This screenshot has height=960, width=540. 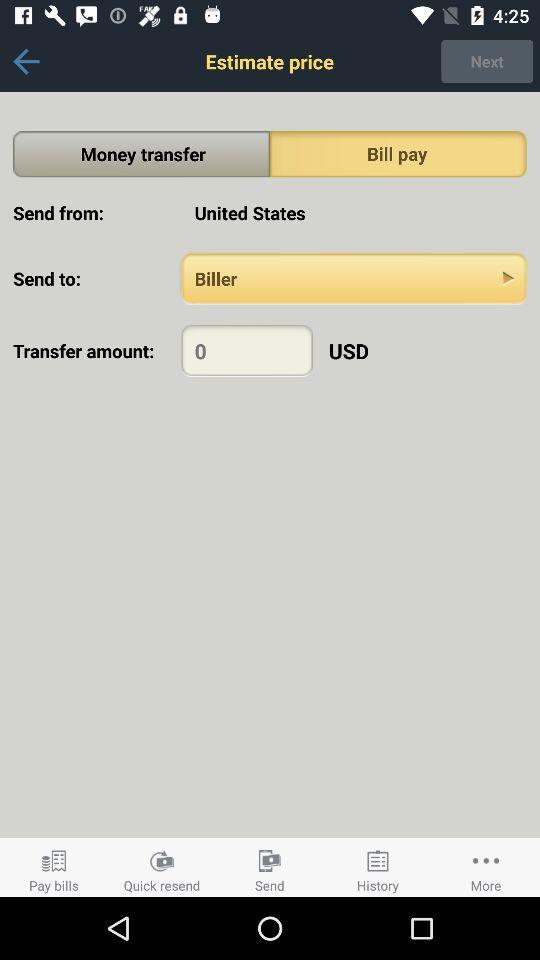 What do you see at coordinates (353, 213) in the screenshot?
I see `the united states item` at bounding box center [353, 213].